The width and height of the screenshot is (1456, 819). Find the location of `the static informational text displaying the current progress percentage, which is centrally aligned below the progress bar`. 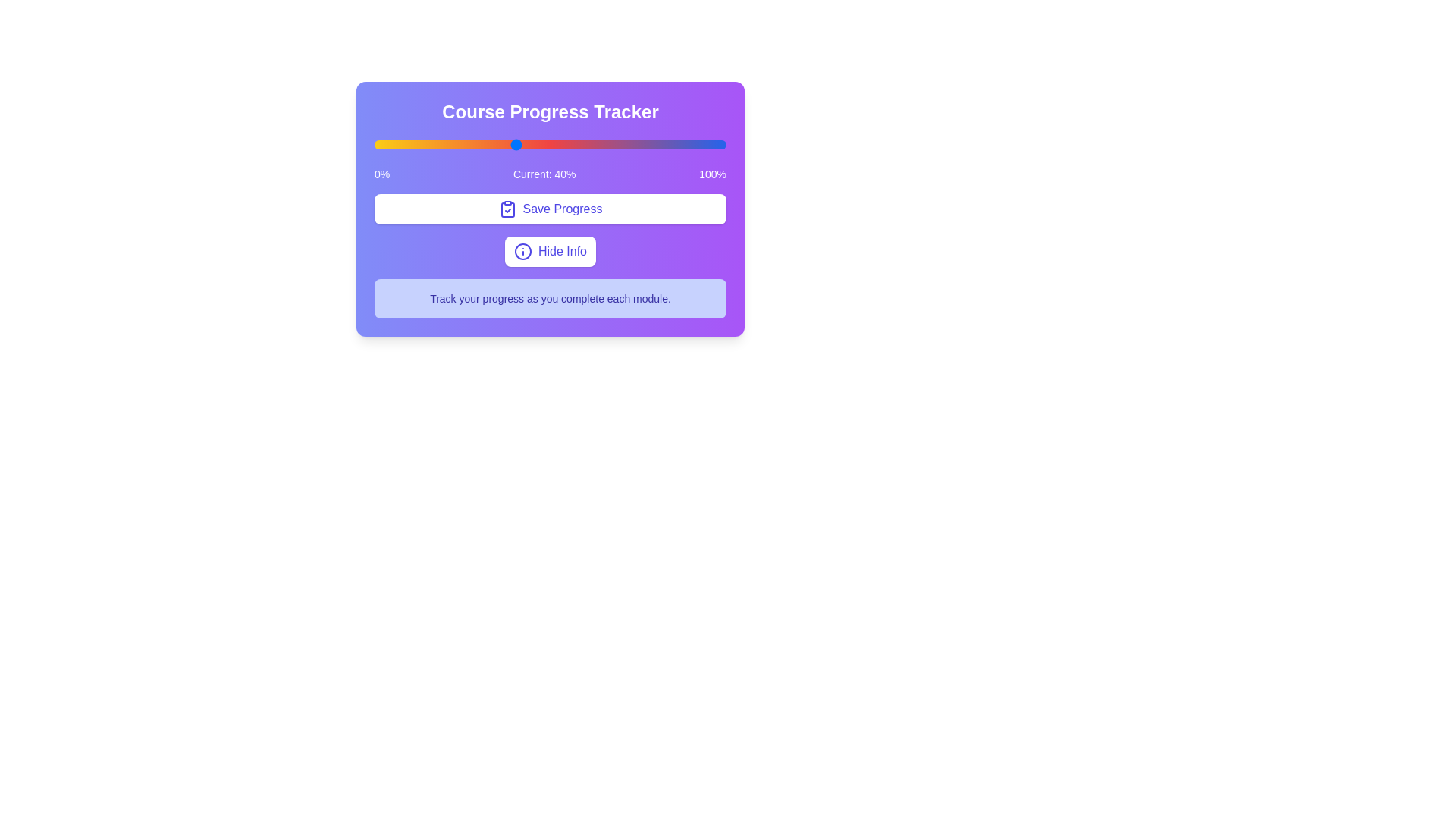

the static informational text displaying the current progress percentage, which is centrally aligned below the progress bar is located at coordinates (549, 174).